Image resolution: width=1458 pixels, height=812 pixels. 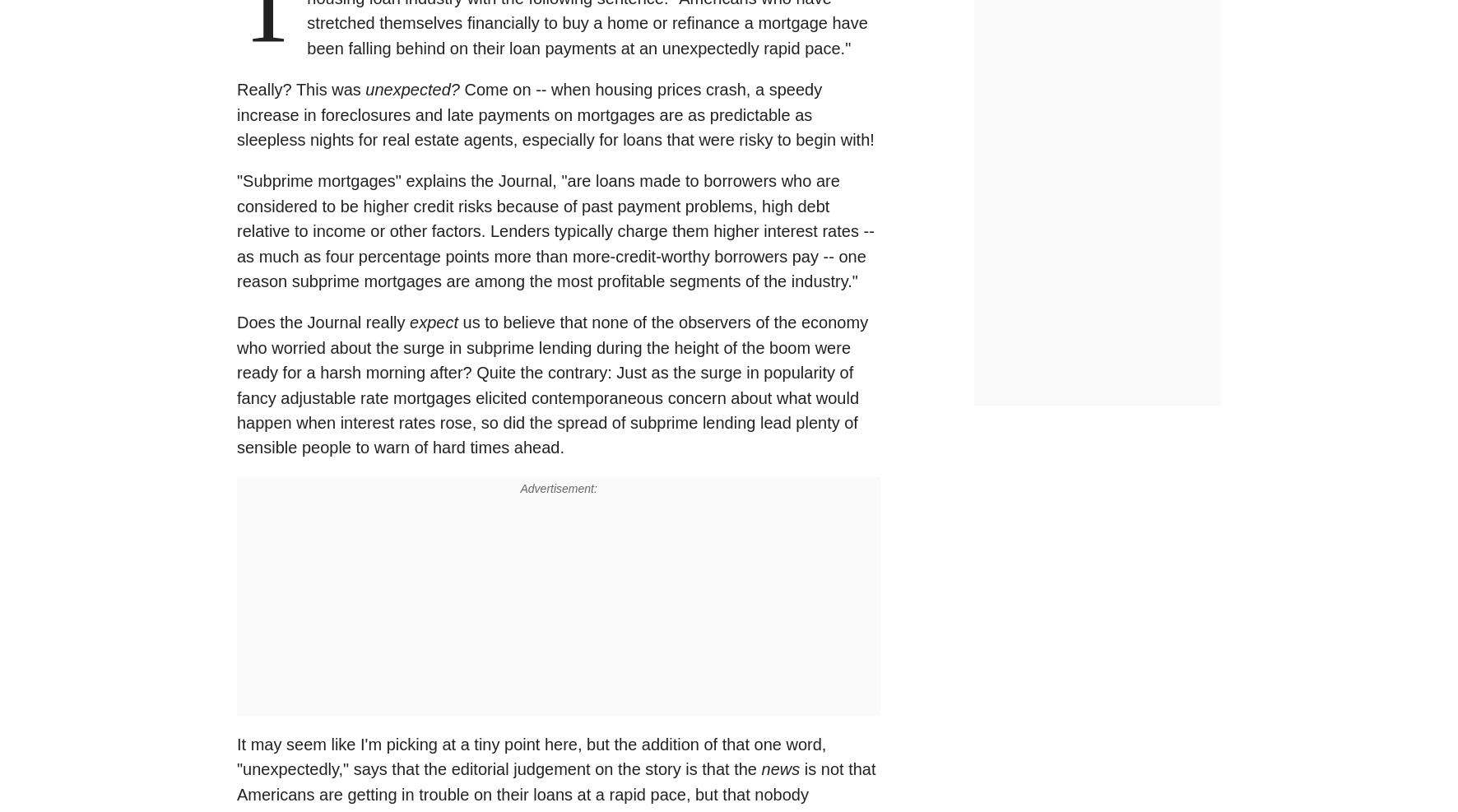 I want to click on 'Really? This was', so click(x=300, y=89).